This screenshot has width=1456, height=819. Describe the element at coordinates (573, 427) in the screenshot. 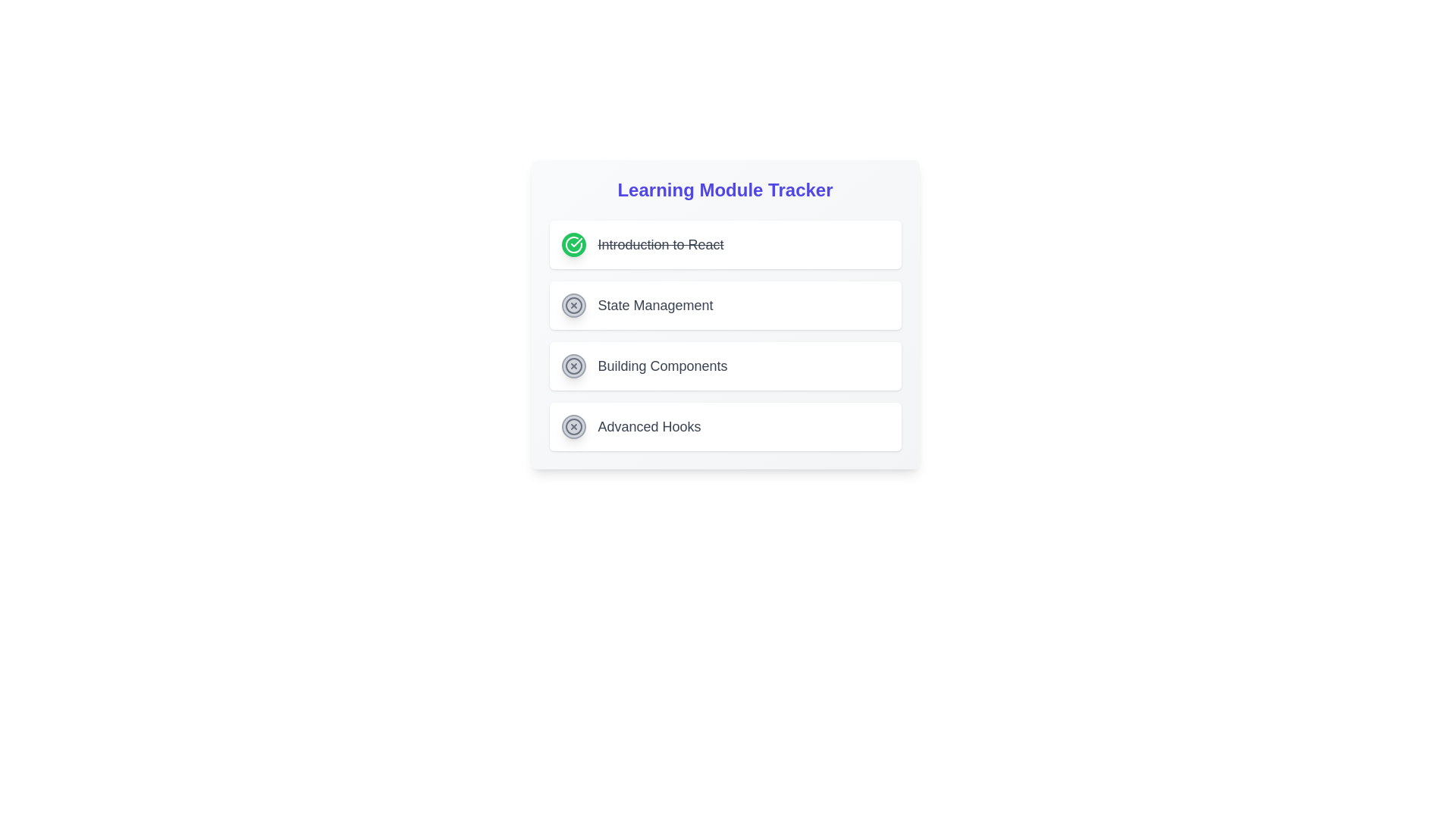

I see `the status indicator icon for 'Advanced Hooks', which is a circular icon with a gray outline and a gray cross symbol` at that location.